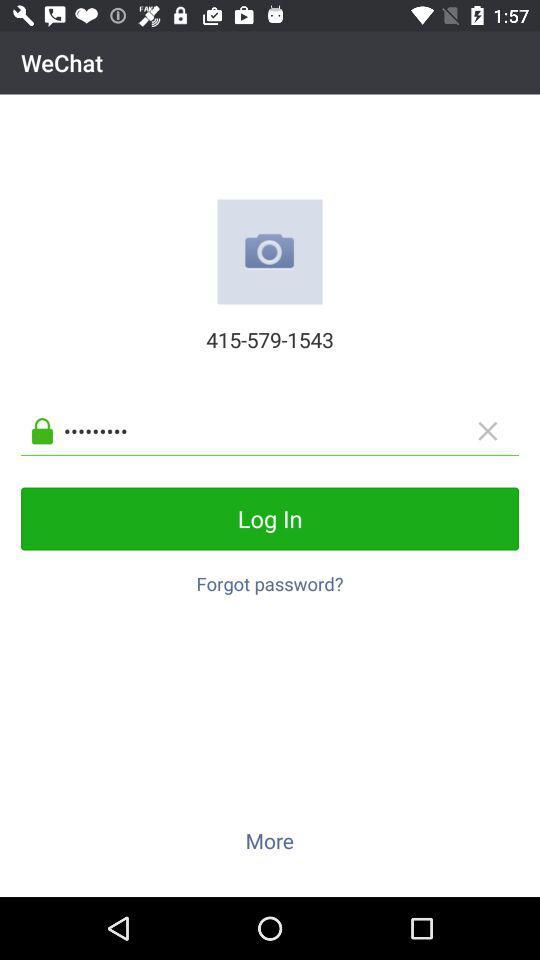  What do you see at coordinates (270, 578) in the screenshot?
I see `the forgot password? item` at bounding box center [270, 578].